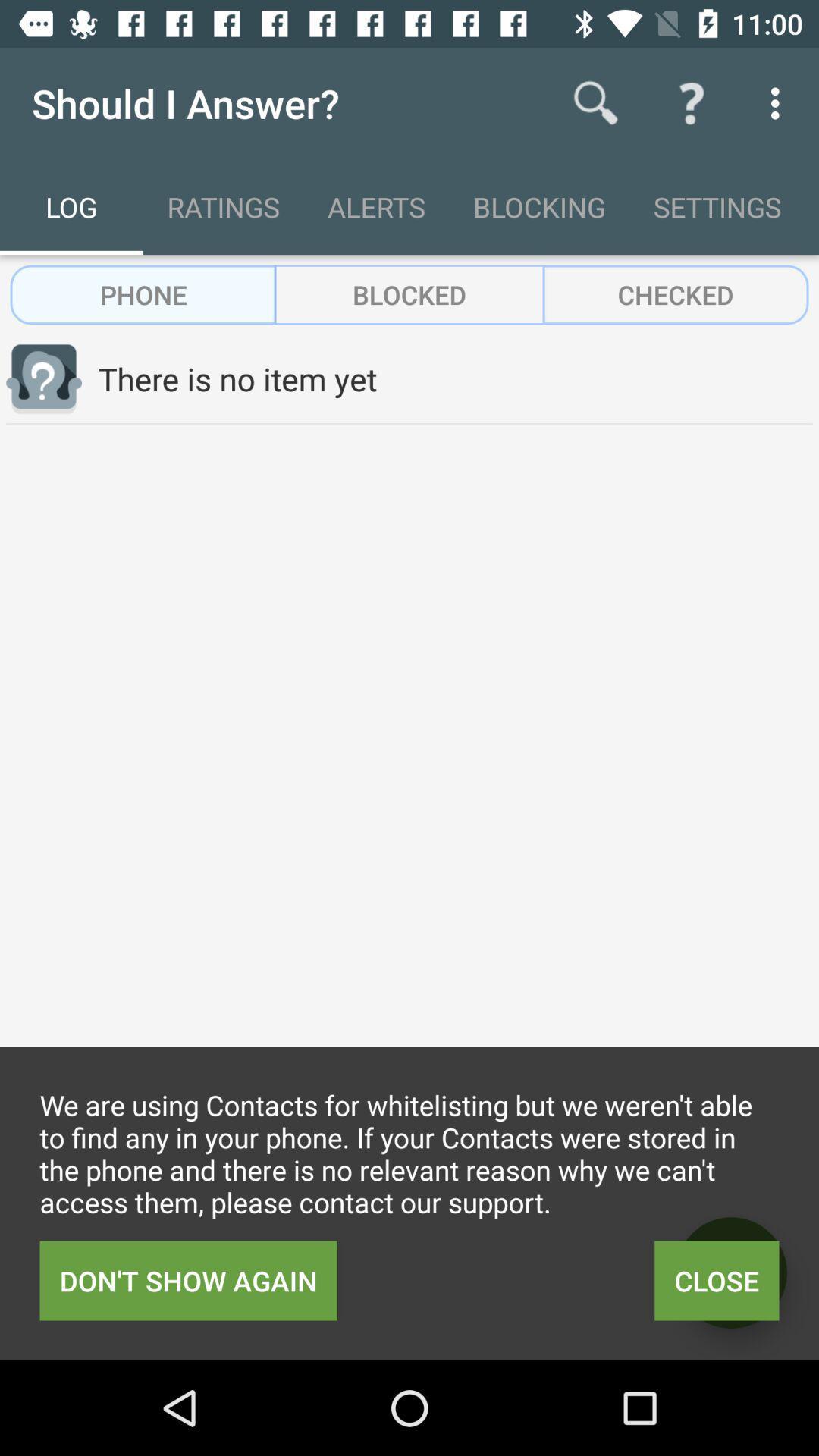  Describe the element at coordinates (675, 294) in the screenshot. I see `the item next to blocked icon` at that location.